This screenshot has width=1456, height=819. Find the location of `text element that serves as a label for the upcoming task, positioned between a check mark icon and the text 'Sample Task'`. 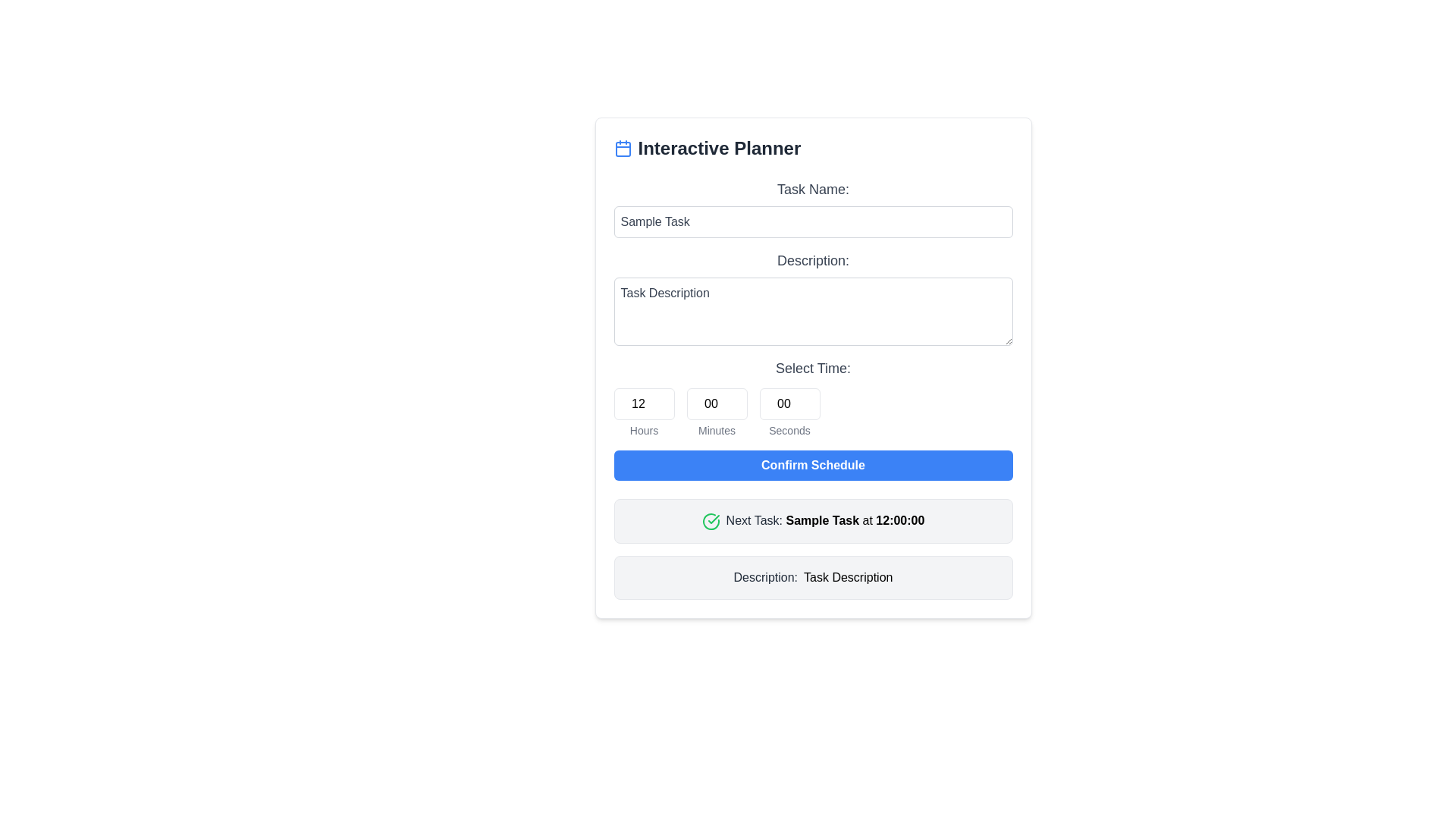

text element that serves as a label for the upcoming task, positioned between a check mark icon and the text 'Sample Task' is located at coordinates (754, 519).